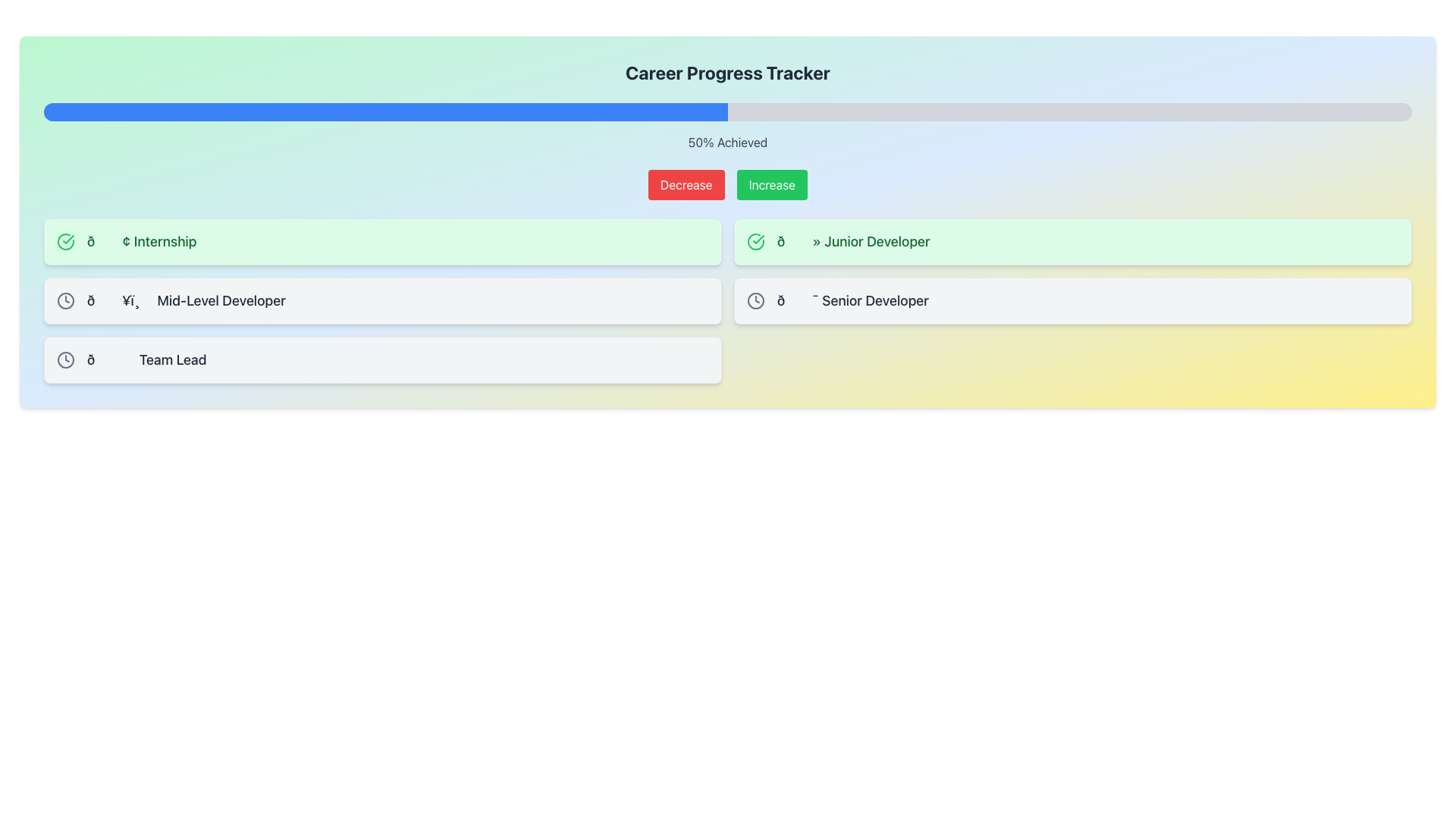  I want to click on the Label displaying '🚀 Team Lead', which is styled in a medium, large font and is located within the third card of a vertically stacked list of career progress levels, so click(146, 359).